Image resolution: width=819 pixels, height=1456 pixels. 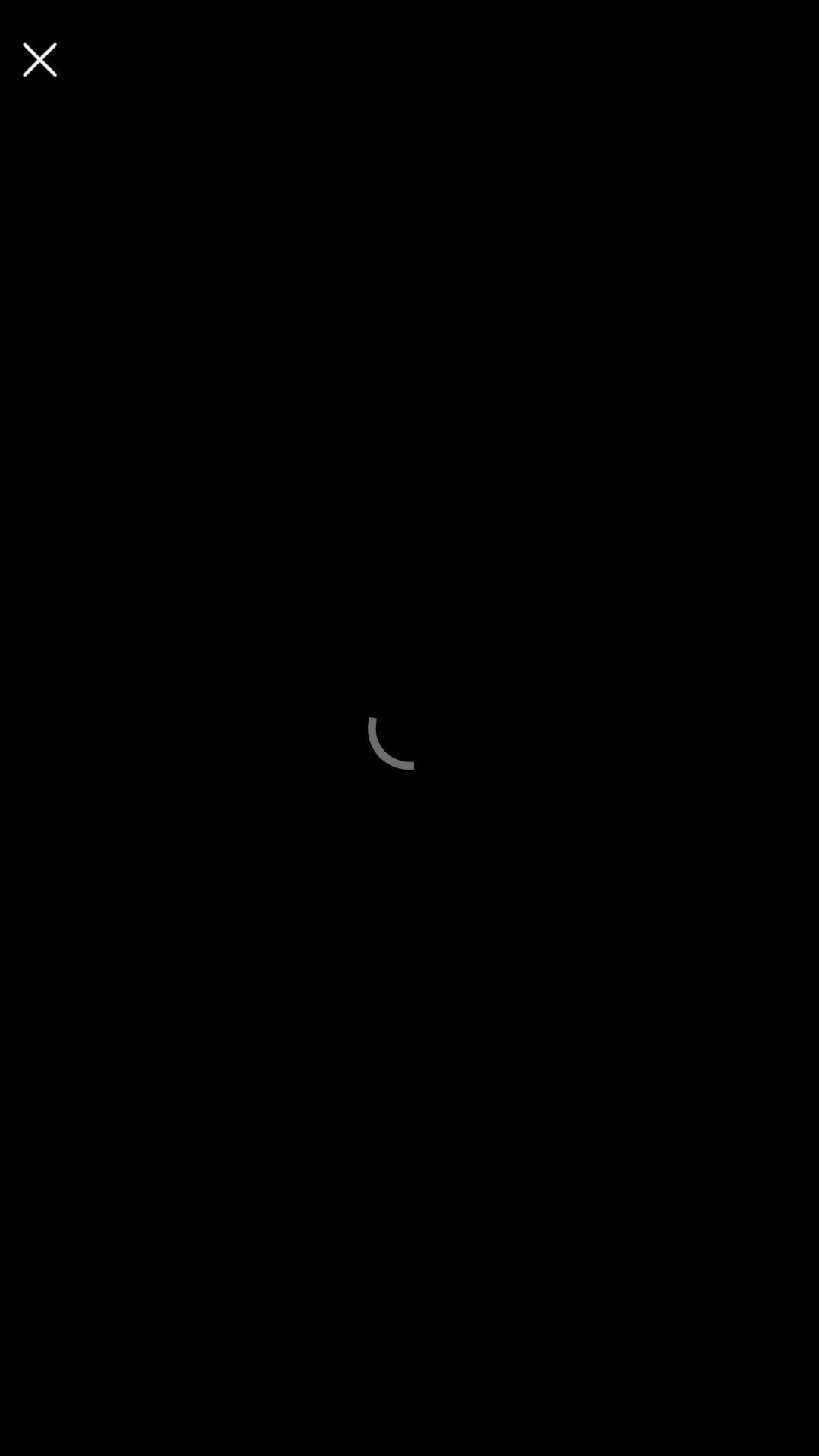 I want to click on screen, so click(x=39, y=59).